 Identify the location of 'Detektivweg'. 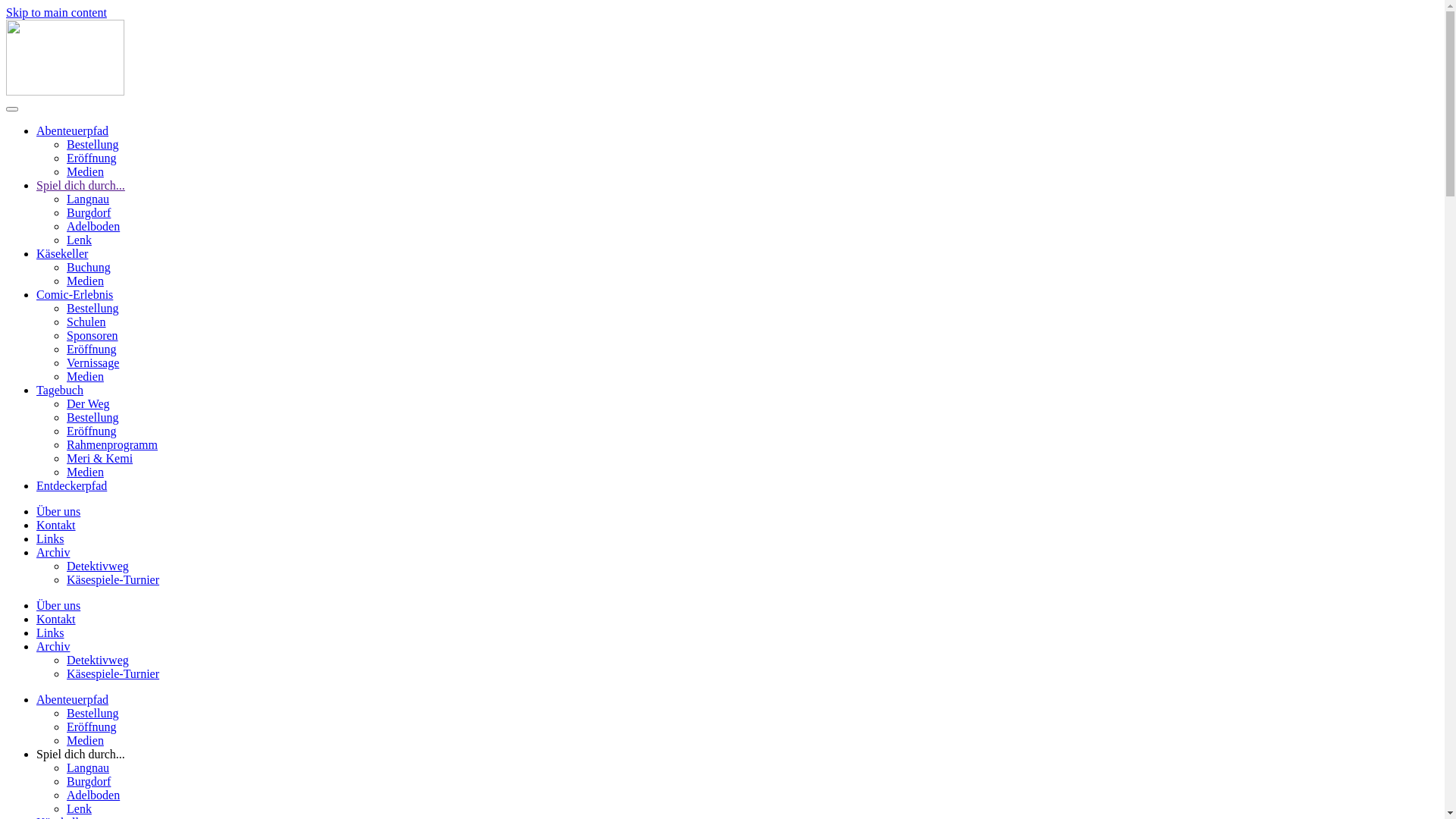
(97, 566).